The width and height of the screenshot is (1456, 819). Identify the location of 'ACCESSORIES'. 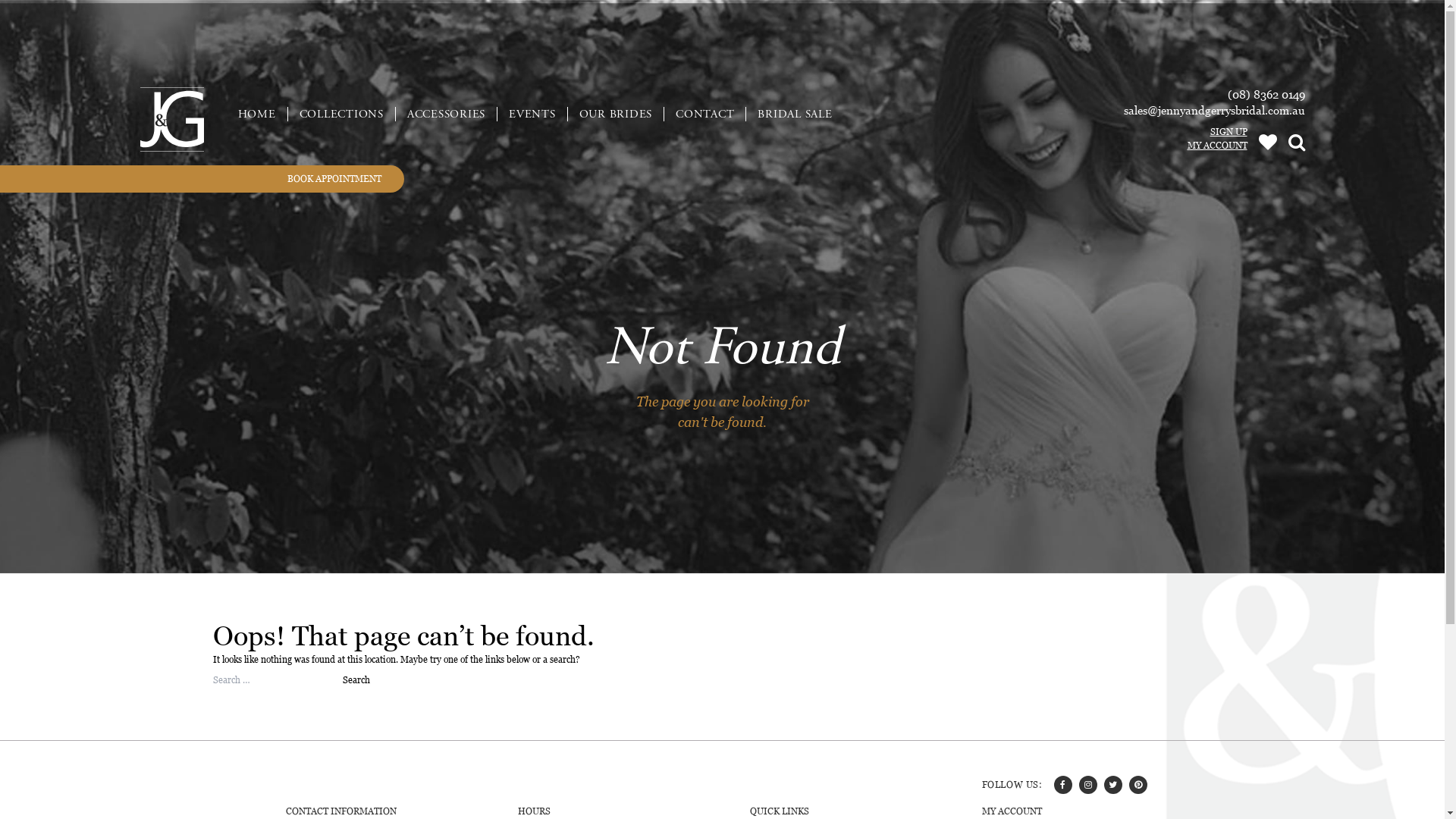
(446, 112).